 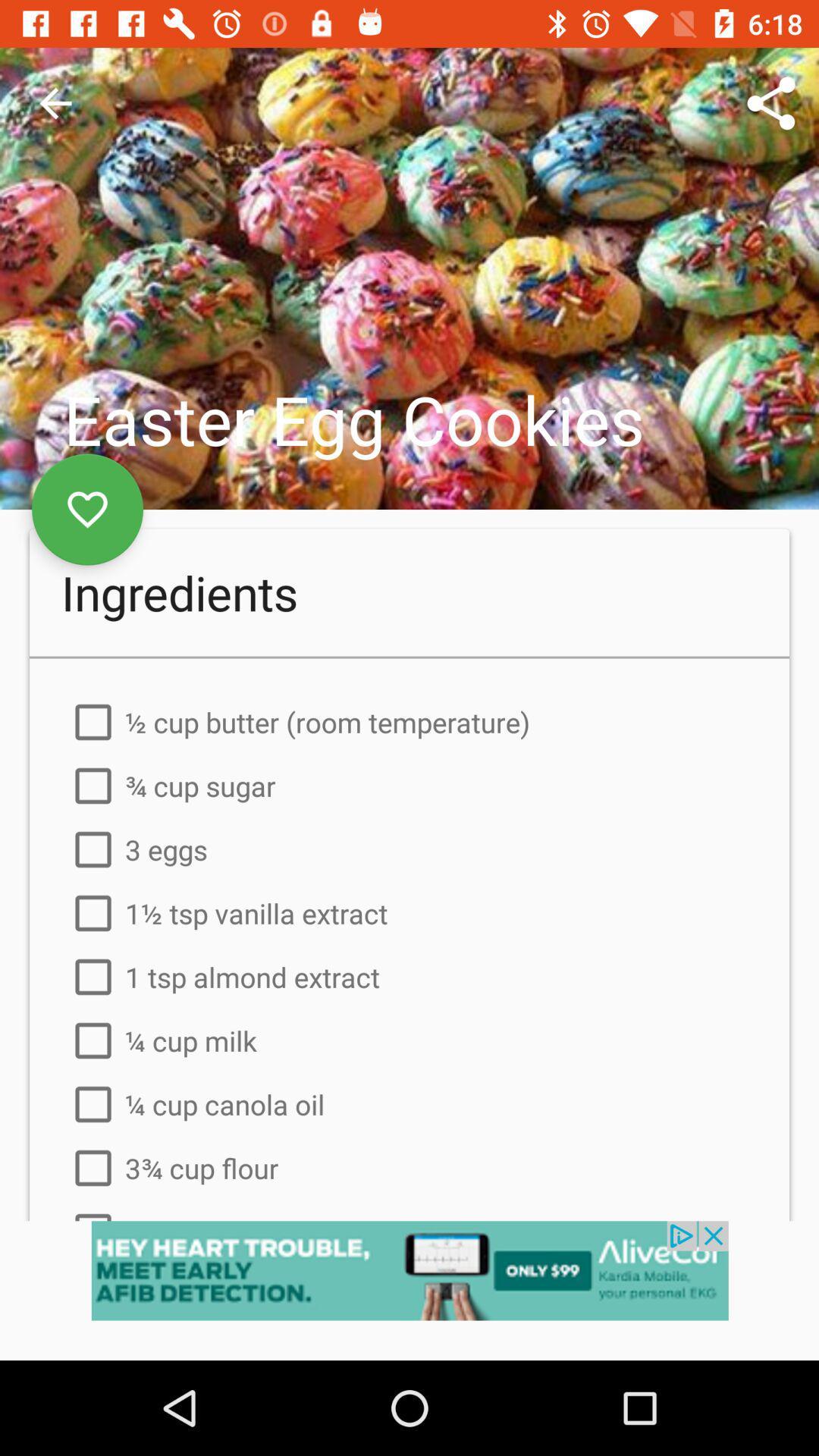 I want to click on to like and save this recipe, so click(x=87, y=510).